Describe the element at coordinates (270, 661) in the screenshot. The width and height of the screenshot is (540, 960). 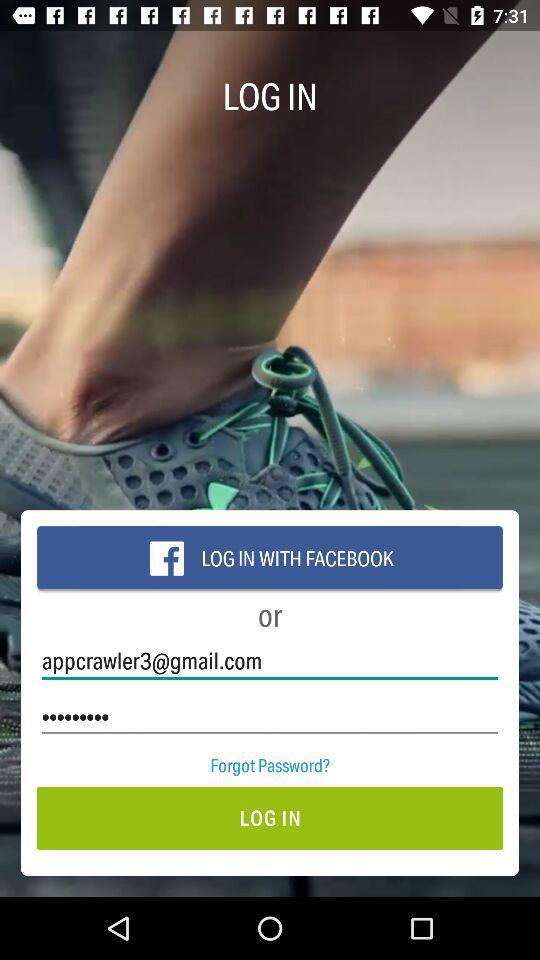
I see `appcrawler3@gmail.com item` at that location.